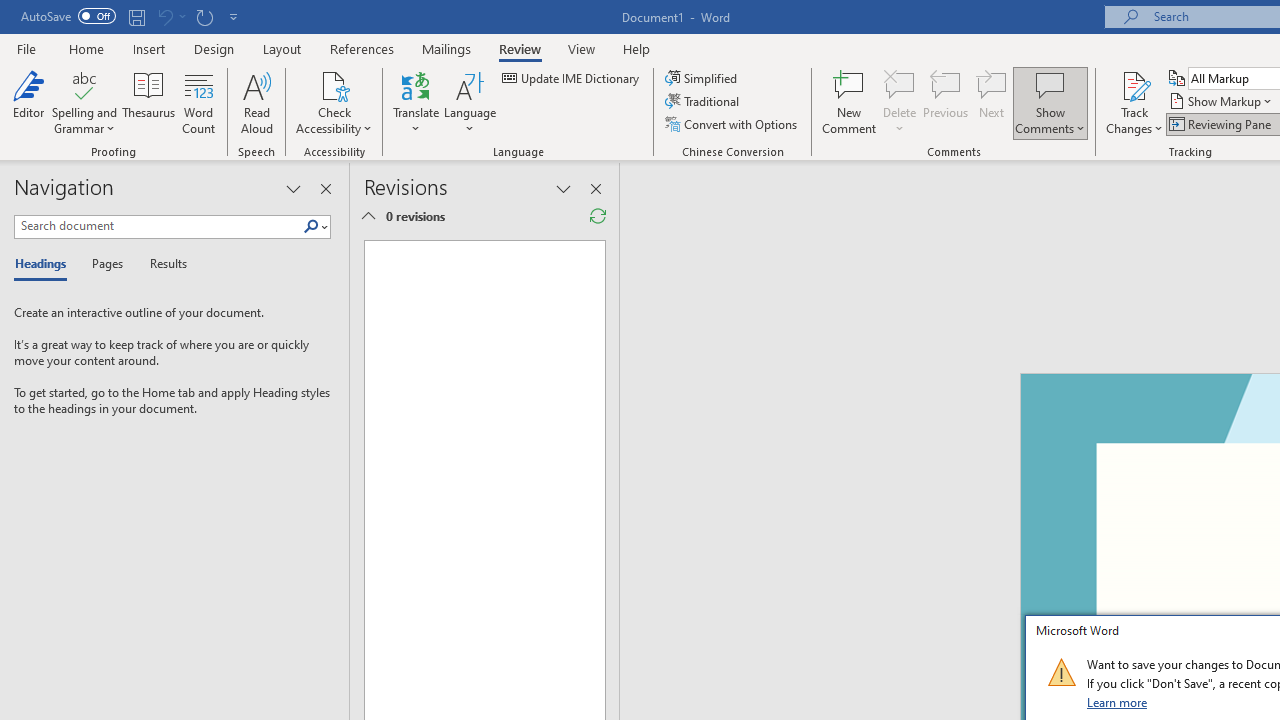 The height and width of the screenshot is (720, 1280). What do you see at coordinates (84, 84) in the screenshot?
I see `'Spelling and Grammar'` at bounding box center [84, 84].